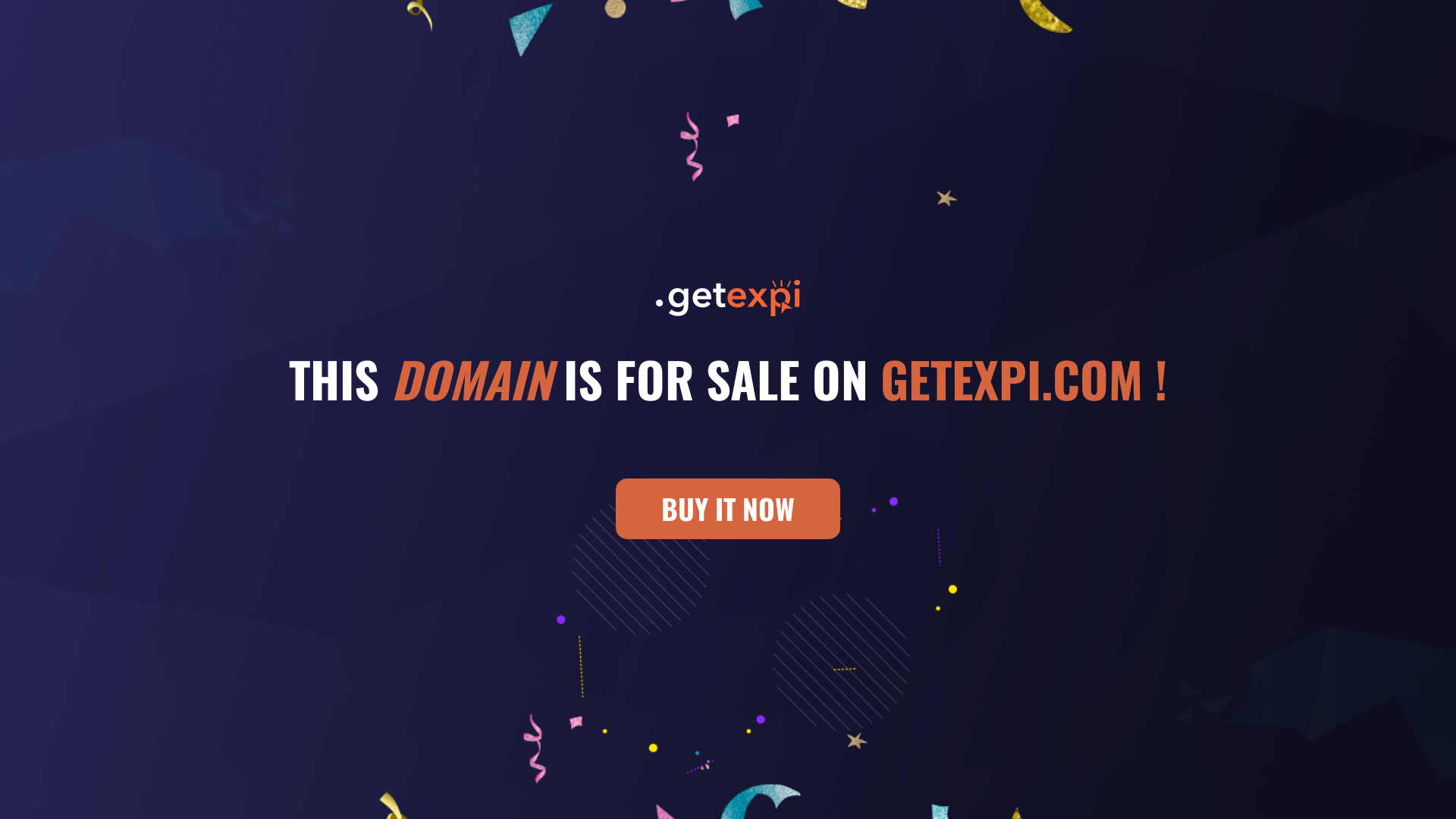 The width and height of the screenshot is (1456, 819). What do you see at coordinates (1023, 377) in the screenshot?
I see `'GETEXPI.COM !'` at bounding box center [1023, 377].